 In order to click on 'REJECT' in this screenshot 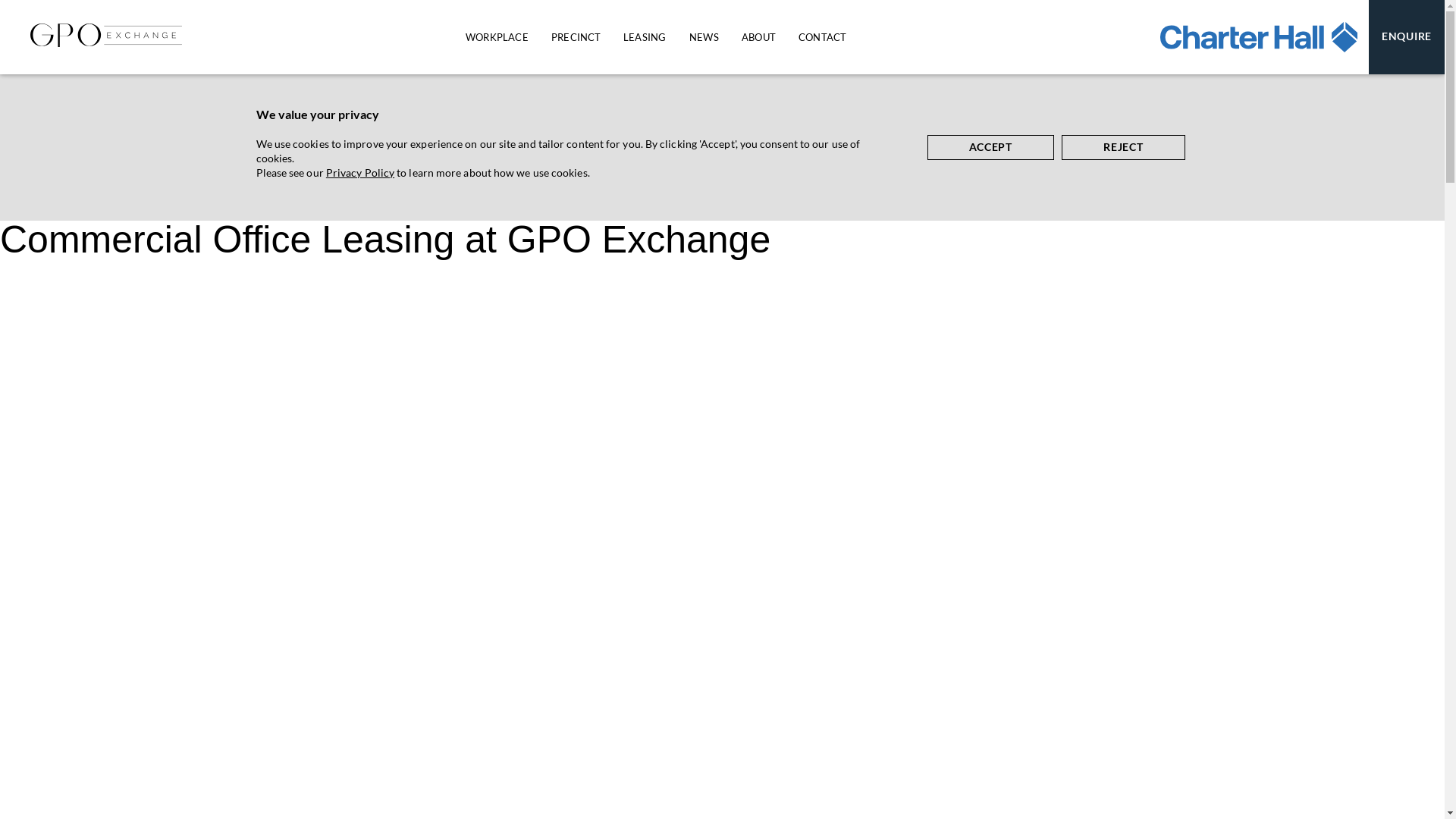, I will do `click(1123, 147)`.